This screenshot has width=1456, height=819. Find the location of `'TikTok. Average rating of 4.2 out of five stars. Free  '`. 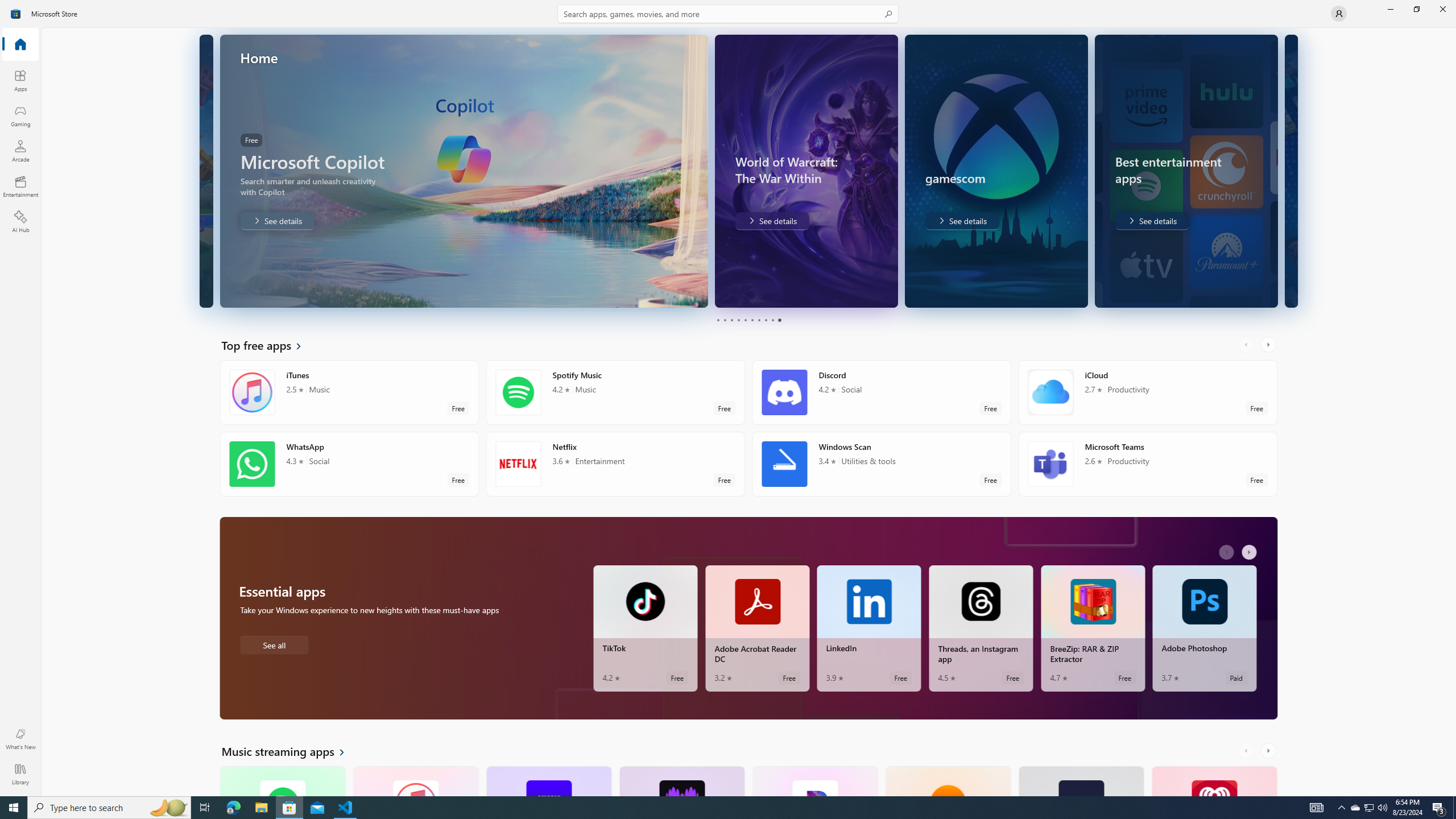

'TikTok. Average rating of 4.2 out of five stars. Free  ' is located at coordinates (644, 628).